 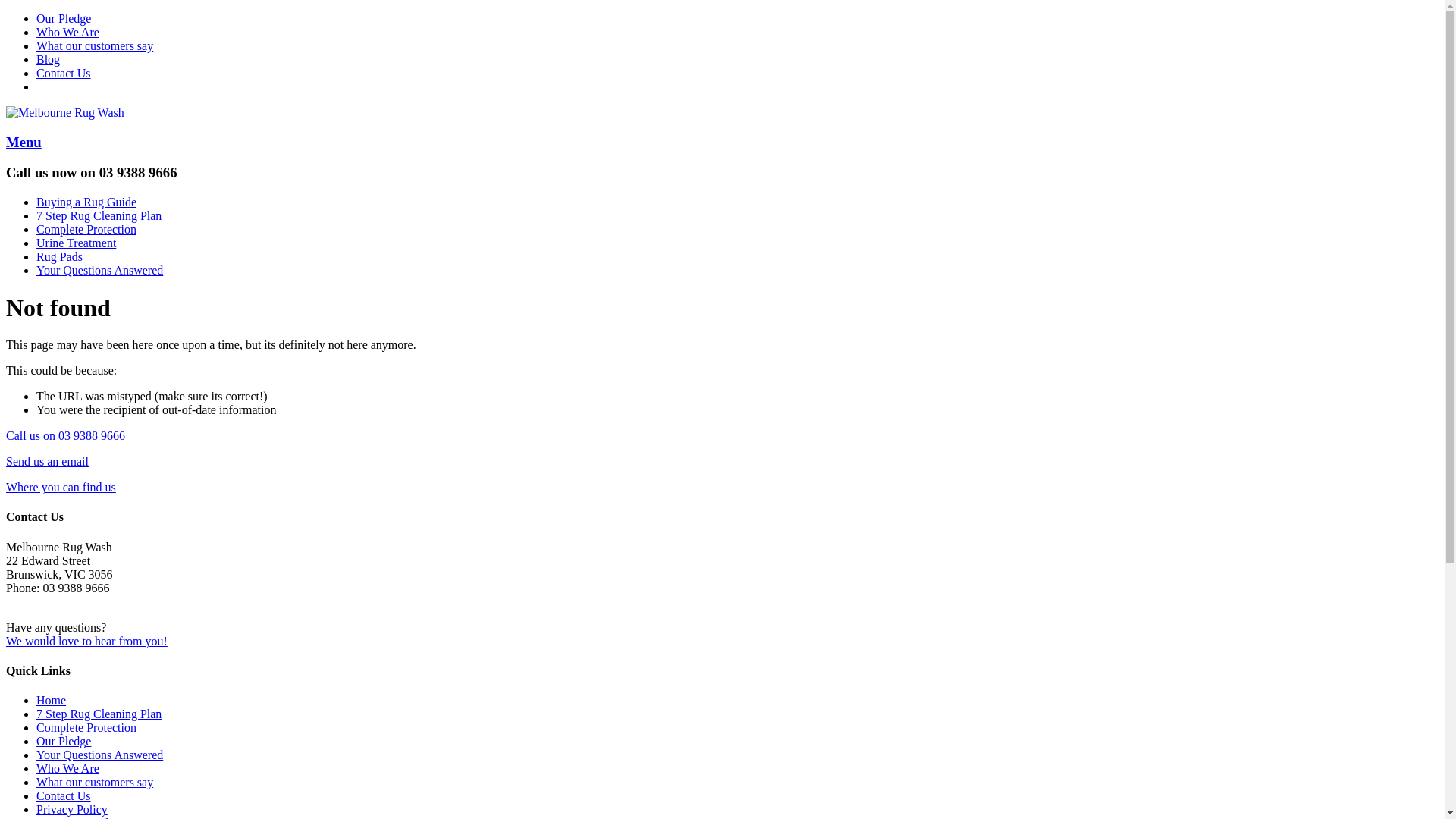 What do you see at coordinates (67, 32) in the screenshot?
I see `'Who We Are'` at bounding box center [67, 32].